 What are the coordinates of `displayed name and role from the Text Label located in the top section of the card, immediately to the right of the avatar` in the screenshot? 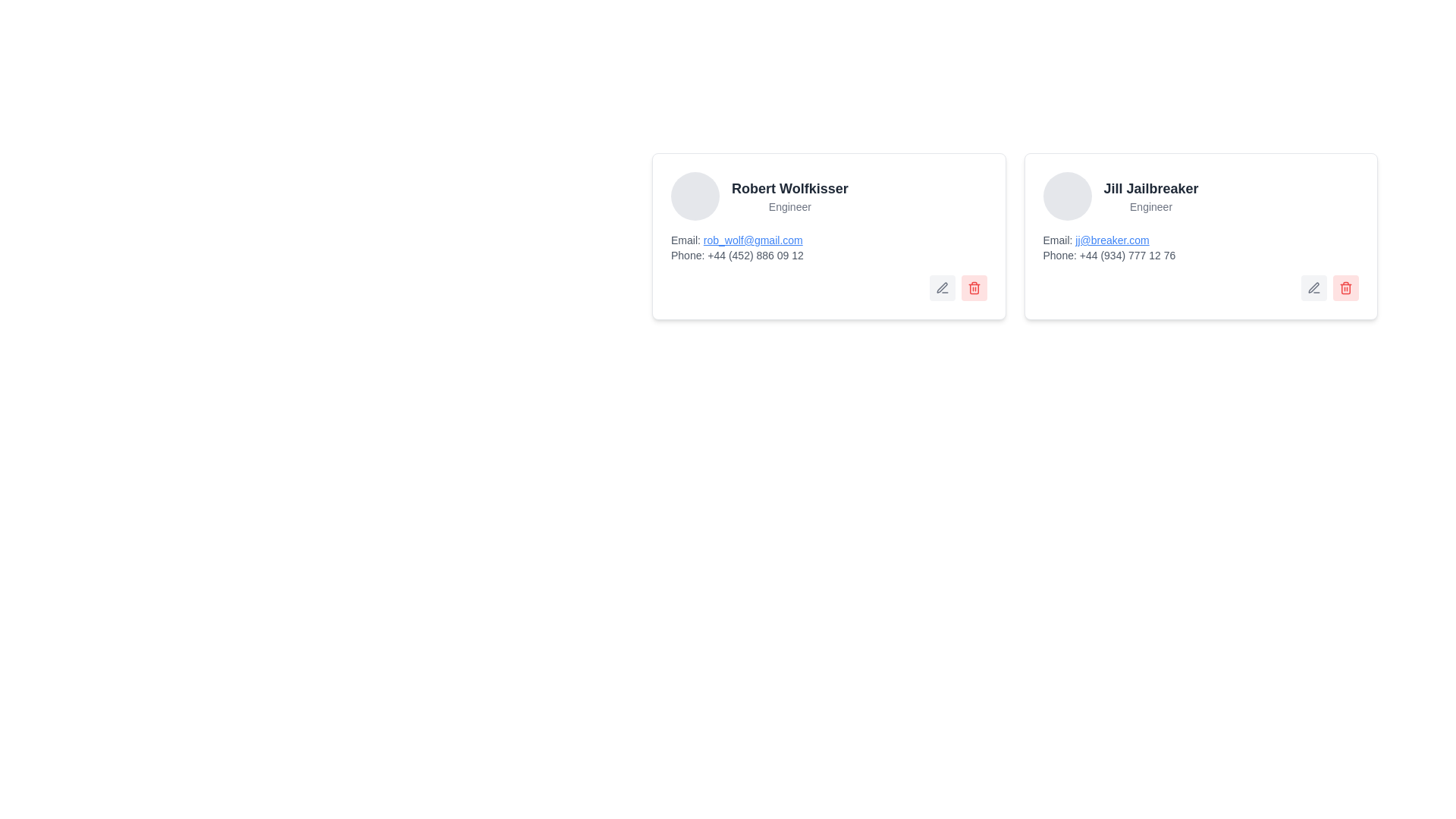 It's located at (828, 195).